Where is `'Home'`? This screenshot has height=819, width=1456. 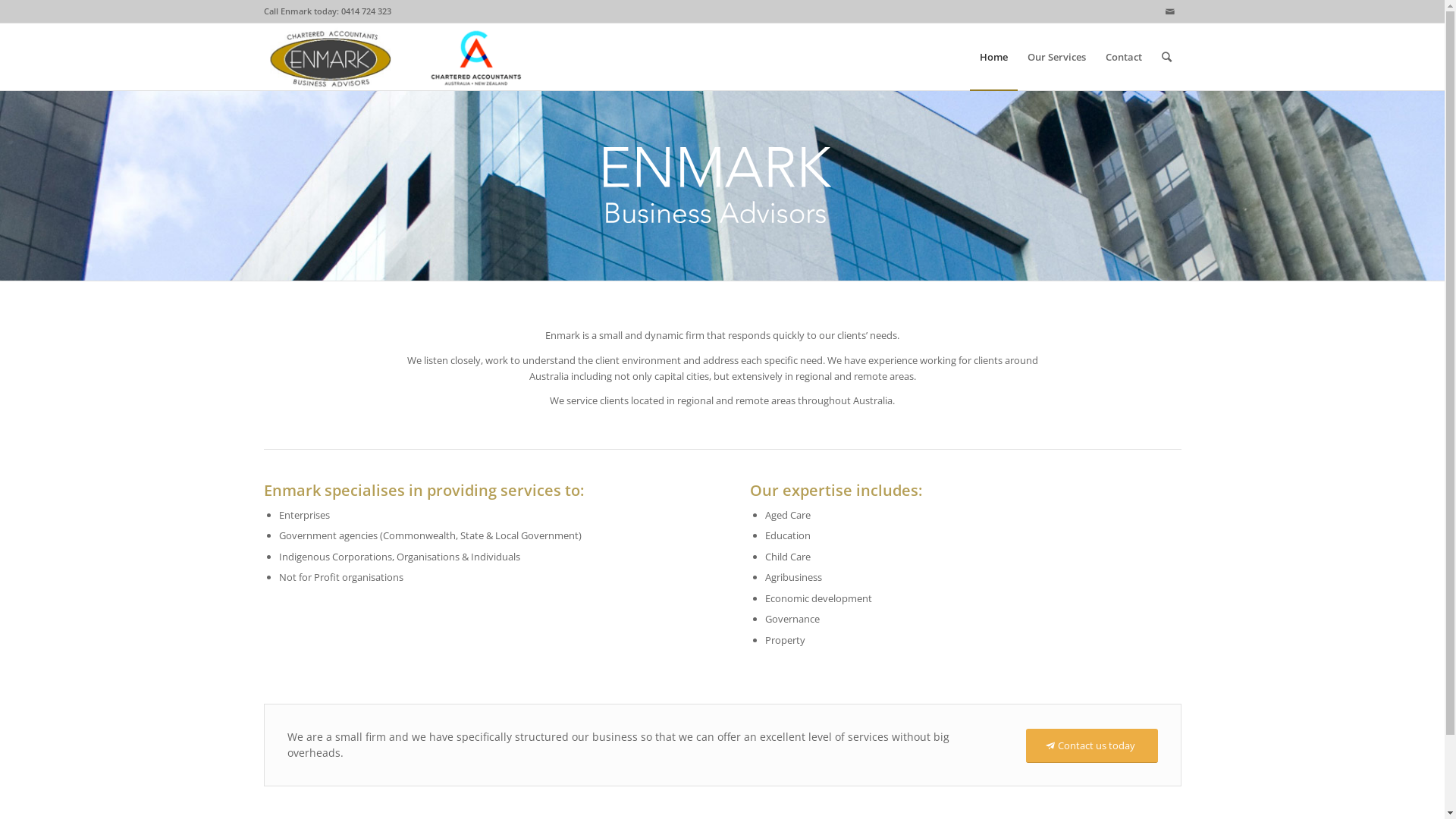
'Home' is located at coordinates (993, 55).